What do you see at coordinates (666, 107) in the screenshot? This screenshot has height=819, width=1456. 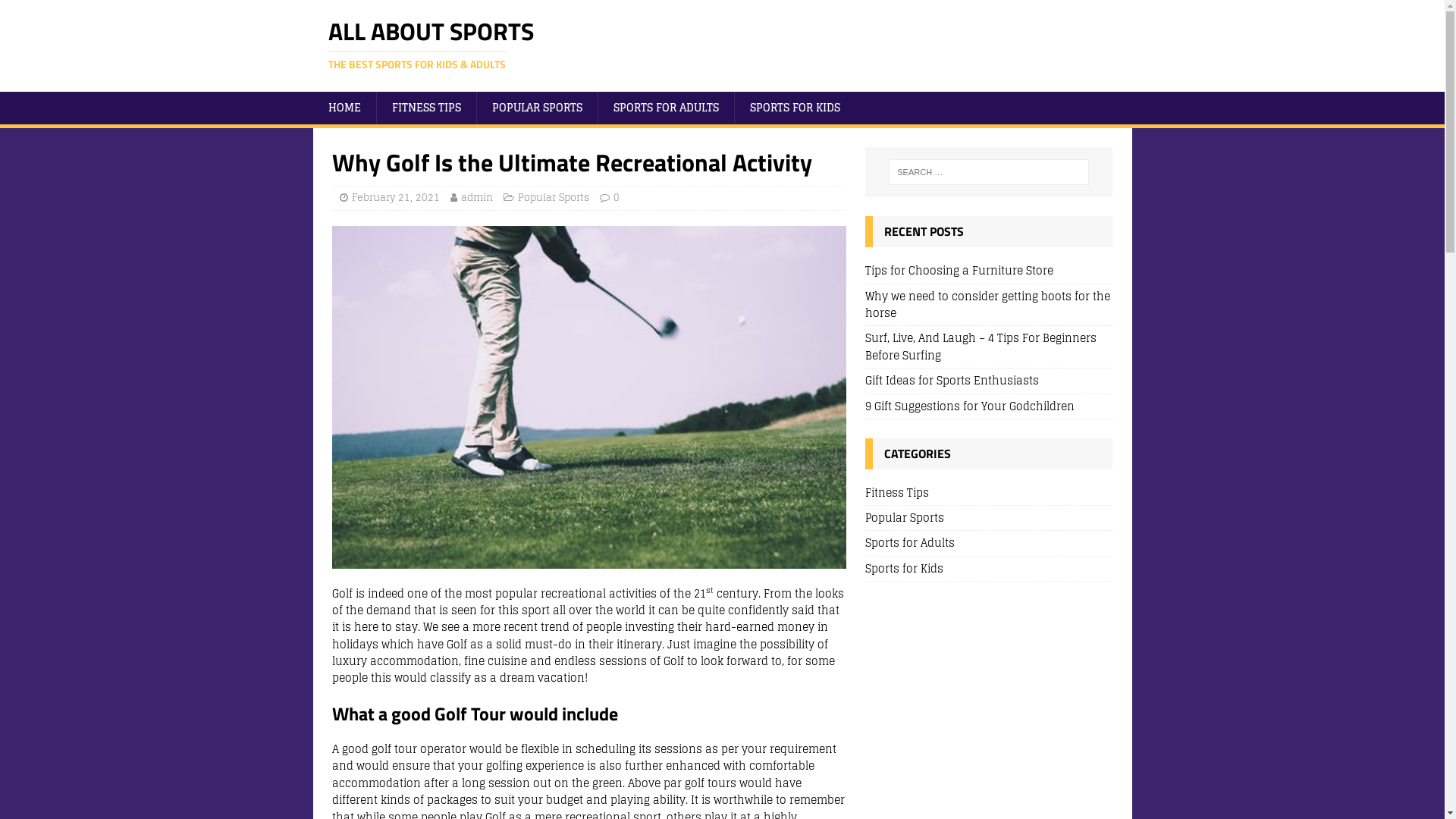 I see `'SPORTS FOR ADULTS'` at bounding box center [666, 107].